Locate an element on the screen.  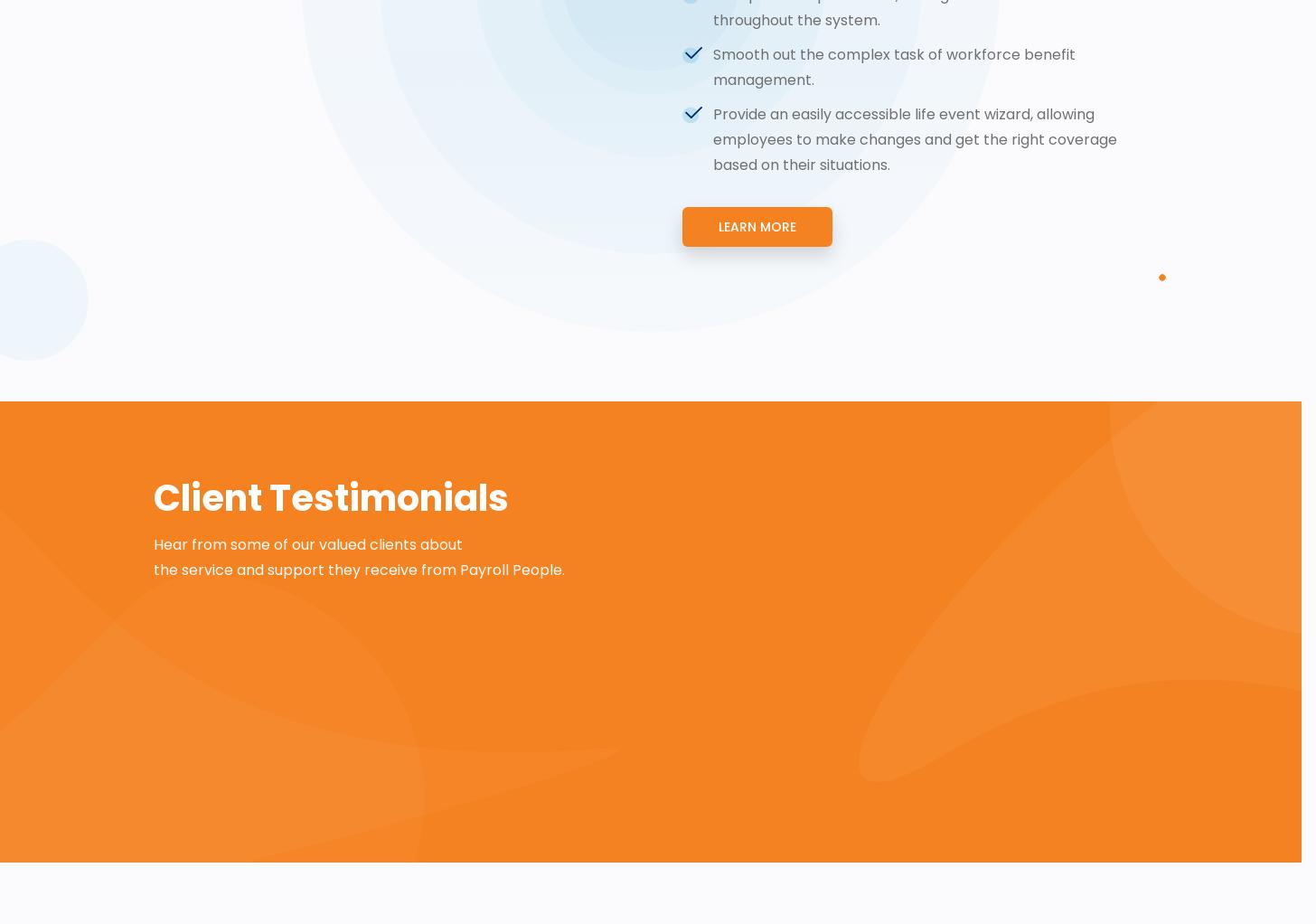
'ACA Compliance' is located at coordinates (306, 279).